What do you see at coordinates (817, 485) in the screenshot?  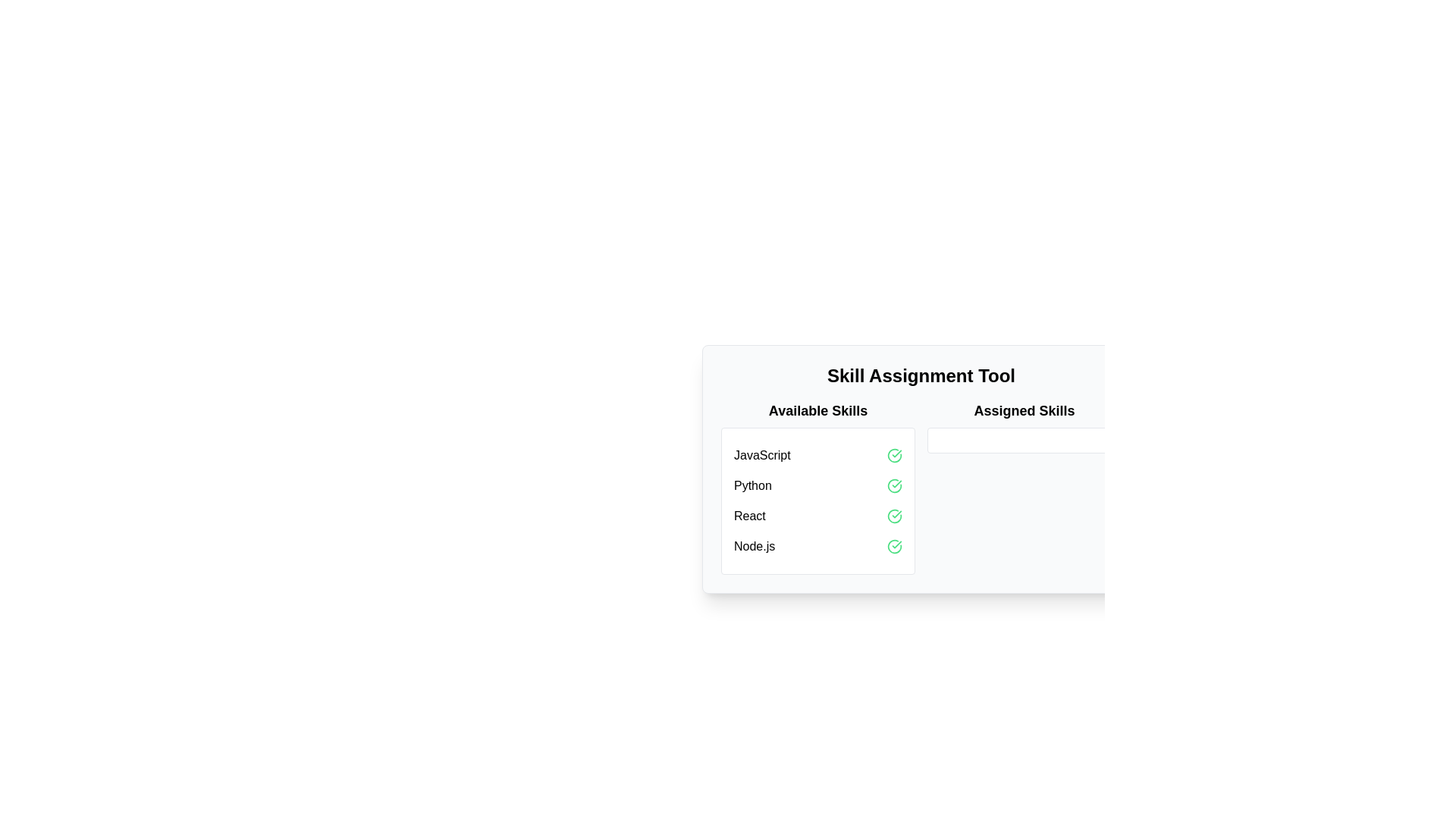 I see `the second skill option labeled 'Python' in the 'Available Skills' box` at bounding box center [817, 485].